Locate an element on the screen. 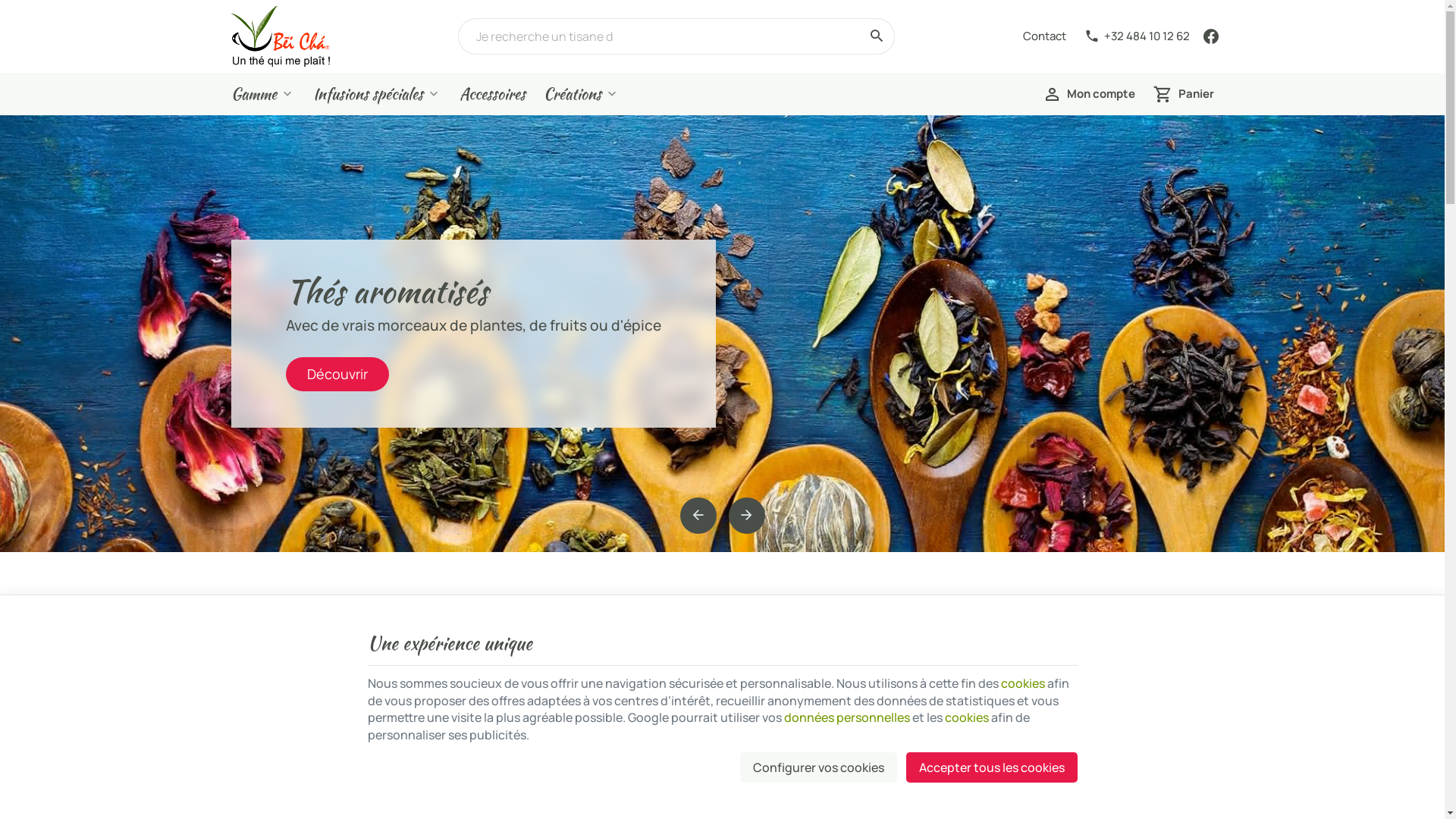 Image resolution: width=1456 pixels, height=819 pixels. 'Gamme' is located at coordinates (262, 93).